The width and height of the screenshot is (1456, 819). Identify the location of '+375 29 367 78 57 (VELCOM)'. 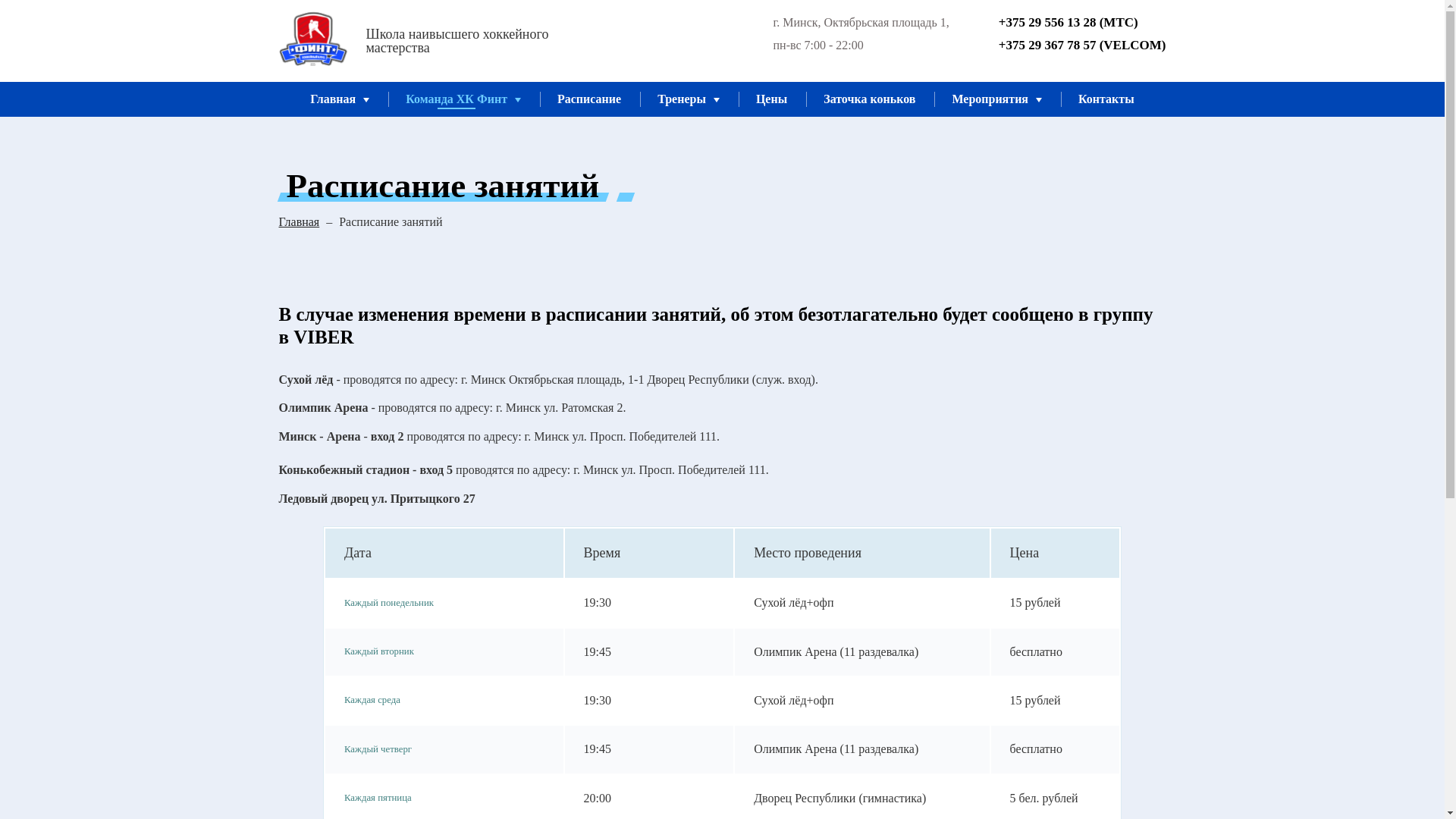
(1070, 45).